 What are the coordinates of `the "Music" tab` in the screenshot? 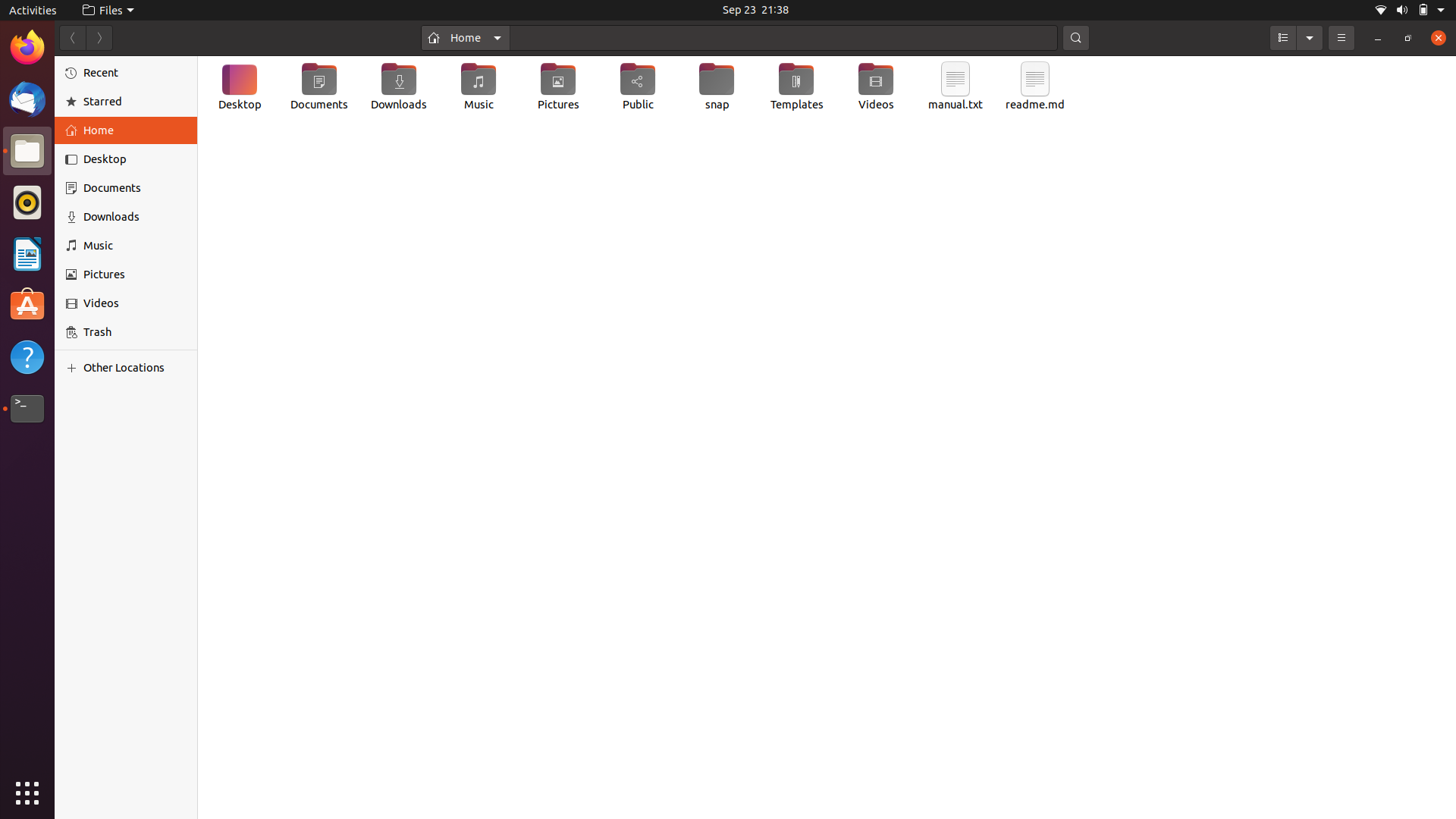 It's located at (128, 245).